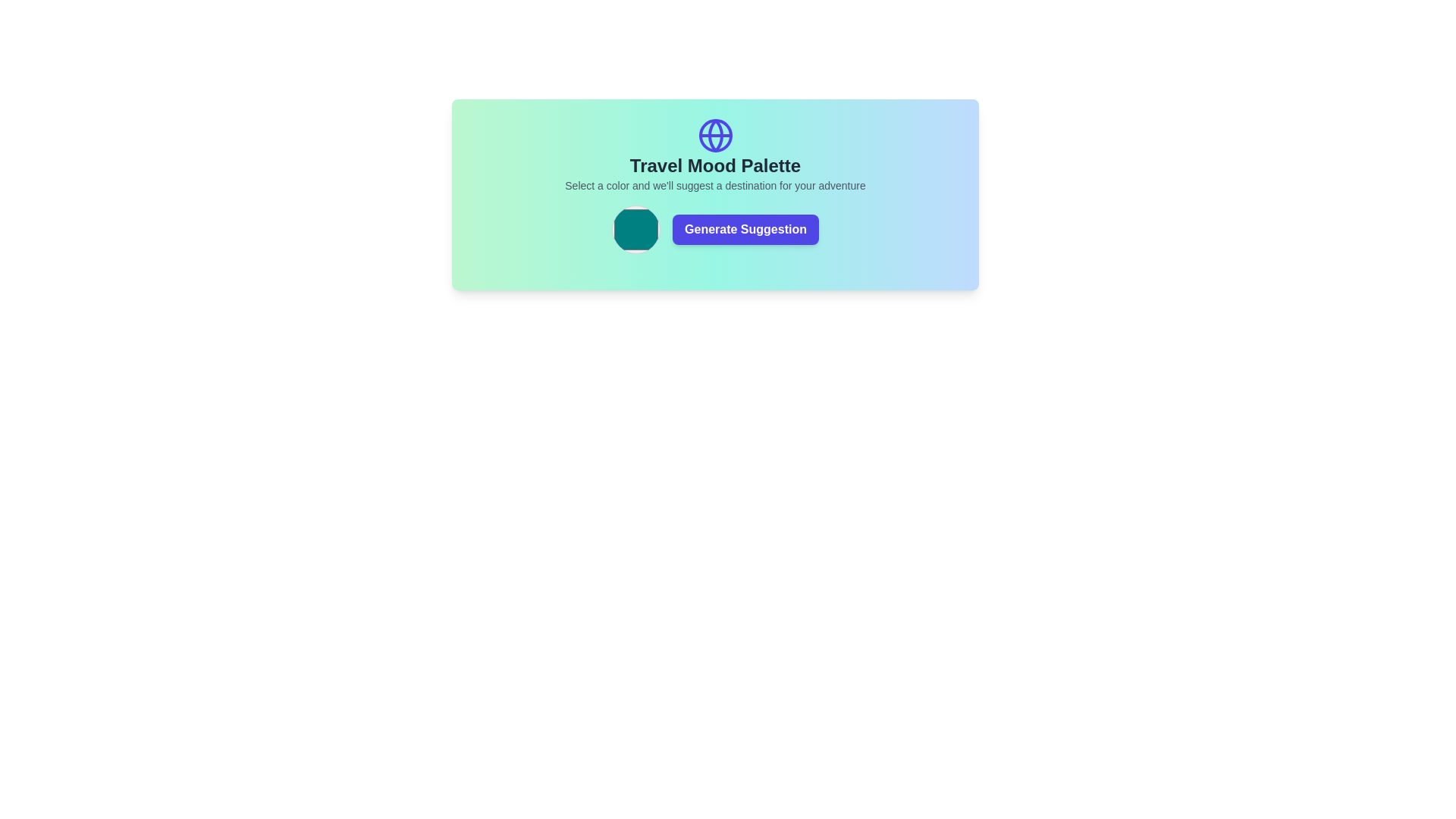 The height and width of the screenshot is (819, 1456). I want to click on the circular globe icon with line art, prominently colored in deep indigo, located directly above the title 'Travel Mood Palette', so click(714, 134).